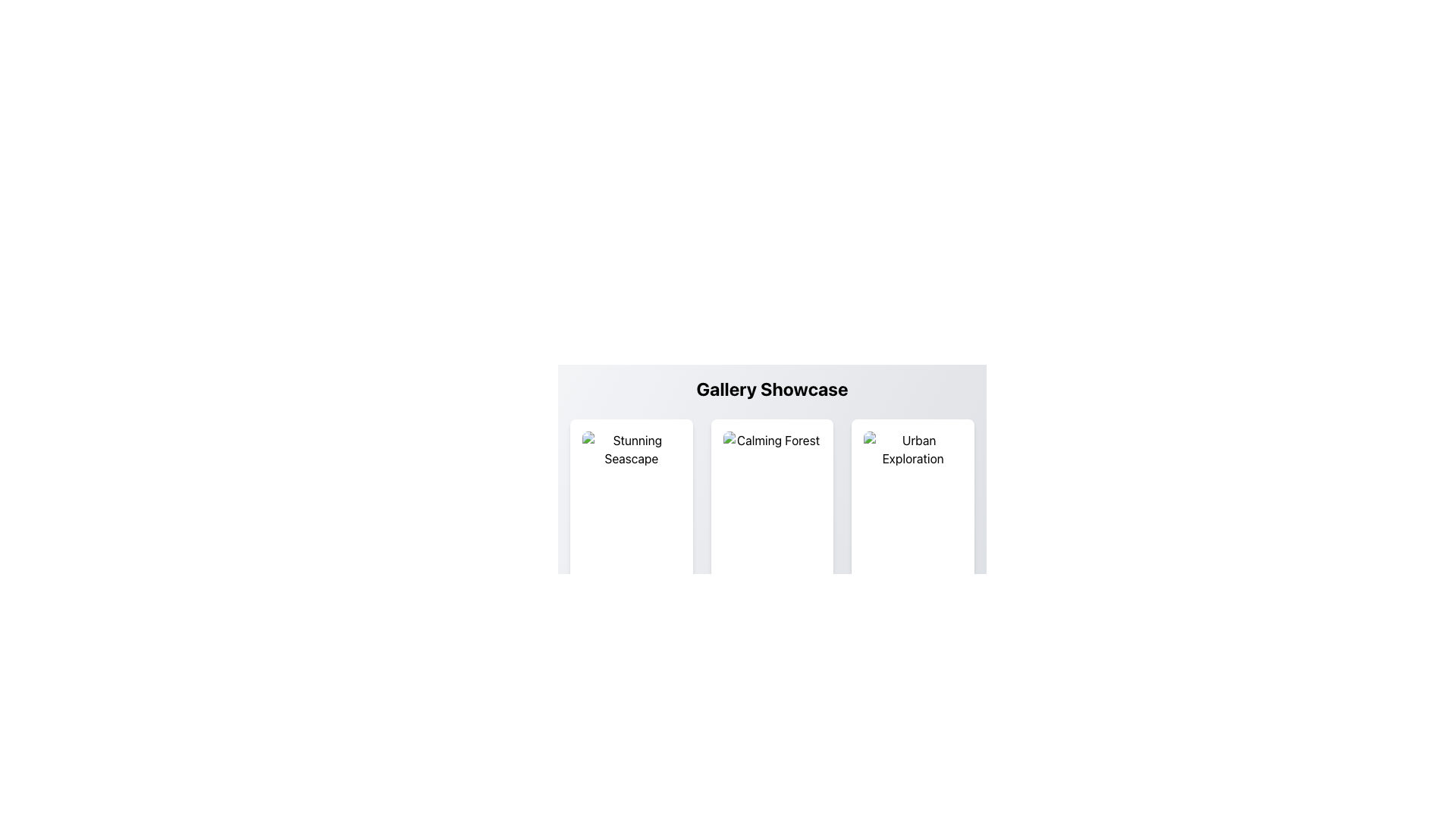  I want to click on the 'Calming Forest' image, so click(772, 516).